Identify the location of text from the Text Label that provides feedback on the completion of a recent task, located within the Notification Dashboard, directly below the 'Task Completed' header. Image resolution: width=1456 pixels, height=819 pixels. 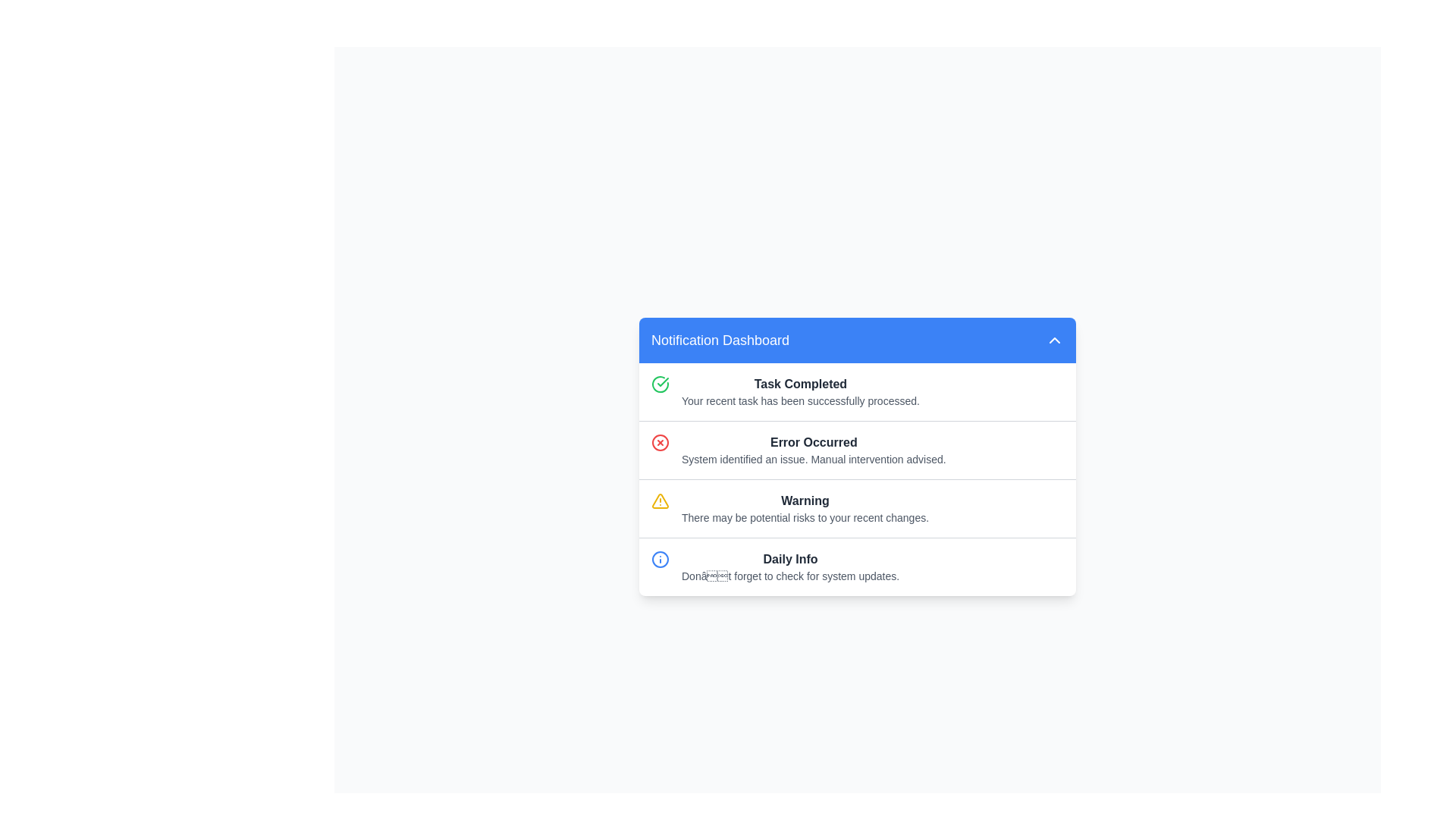
(800, 400).